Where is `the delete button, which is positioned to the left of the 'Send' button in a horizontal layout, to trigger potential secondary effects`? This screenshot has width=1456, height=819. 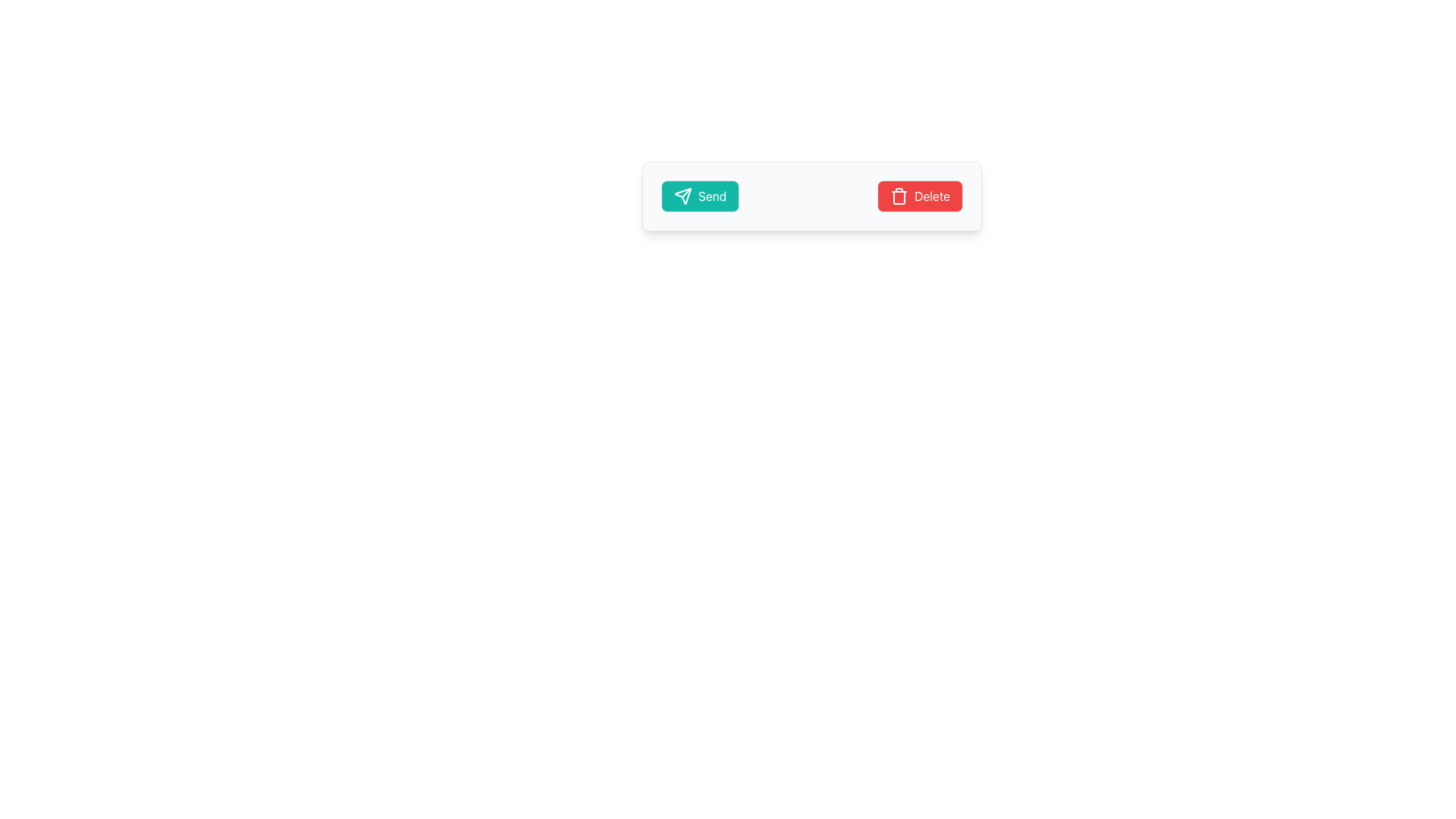 the delete button, which is positioned to the left of the 'Send' button in a horizontal layout, to trigger potential secondary effects is located at coordinates (919, 195).